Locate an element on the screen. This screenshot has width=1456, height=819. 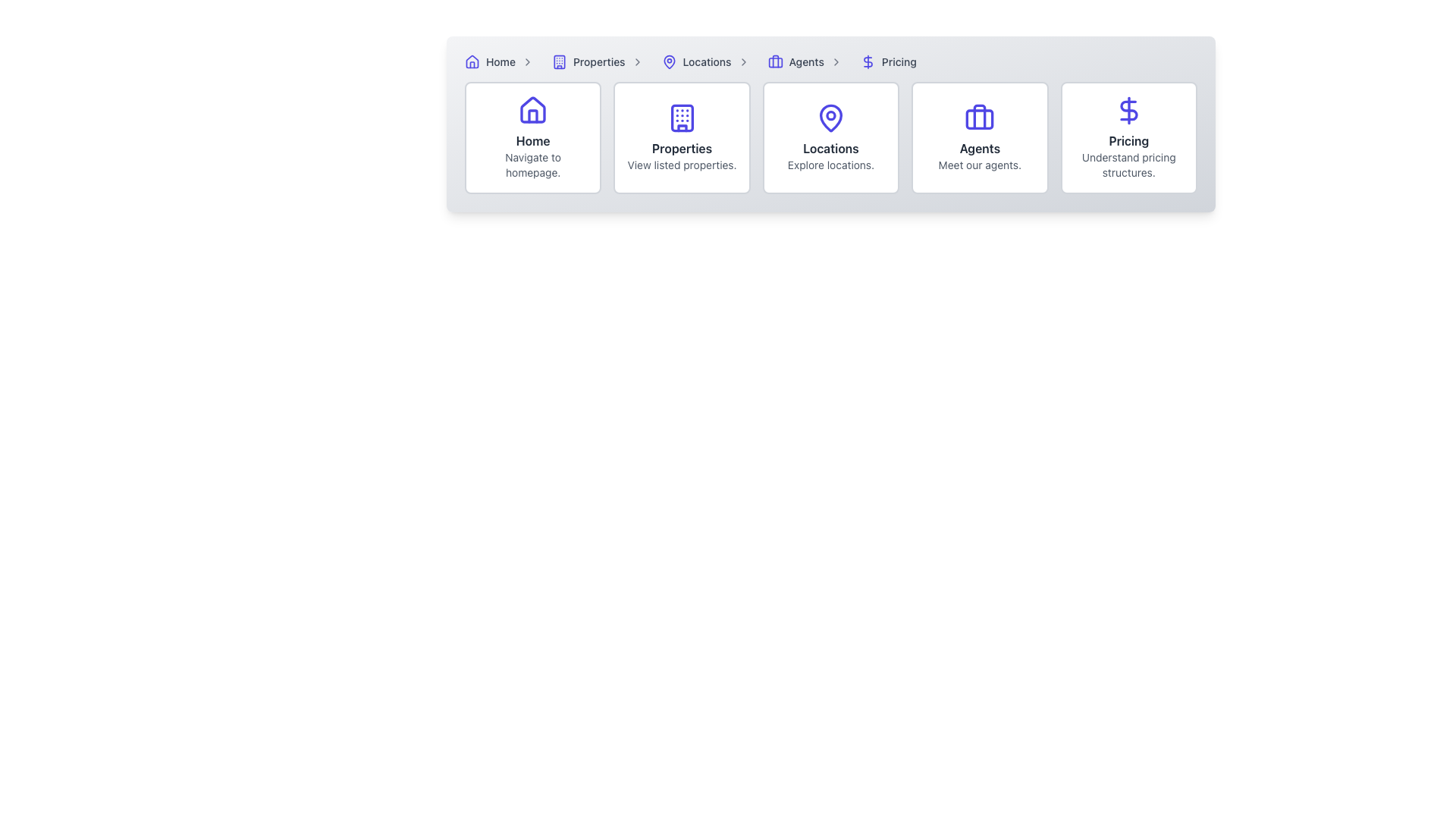
the informational card that provides details about pricing structures, located in the bottom-right corner of the grid layout, immediately to the right of the 'Agents' card is located at coordinates (1128, 137).